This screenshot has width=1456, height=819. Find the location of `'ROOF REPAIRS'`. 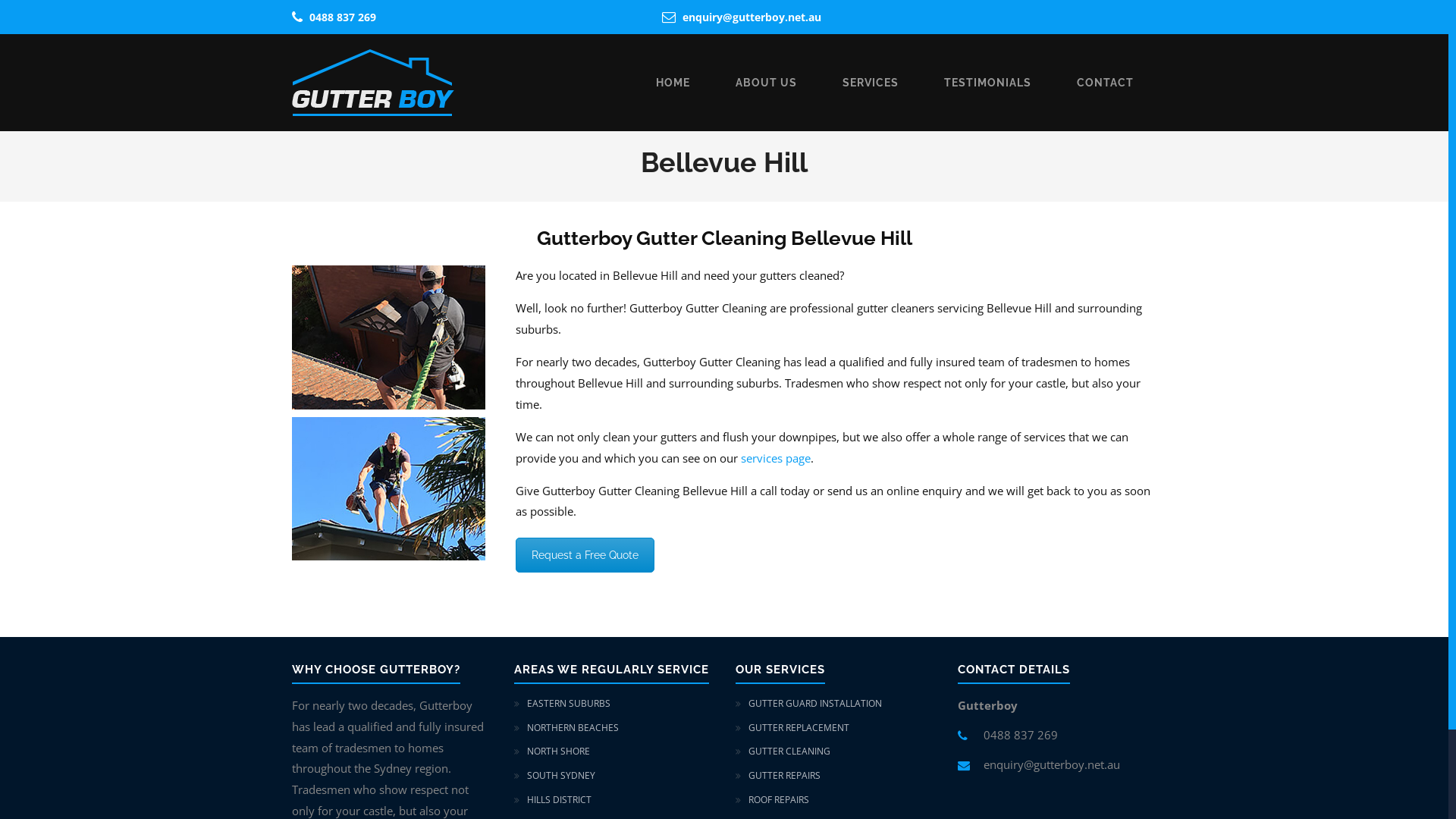

'ROOF REPAIRS' is located at coordinates (779, 799).